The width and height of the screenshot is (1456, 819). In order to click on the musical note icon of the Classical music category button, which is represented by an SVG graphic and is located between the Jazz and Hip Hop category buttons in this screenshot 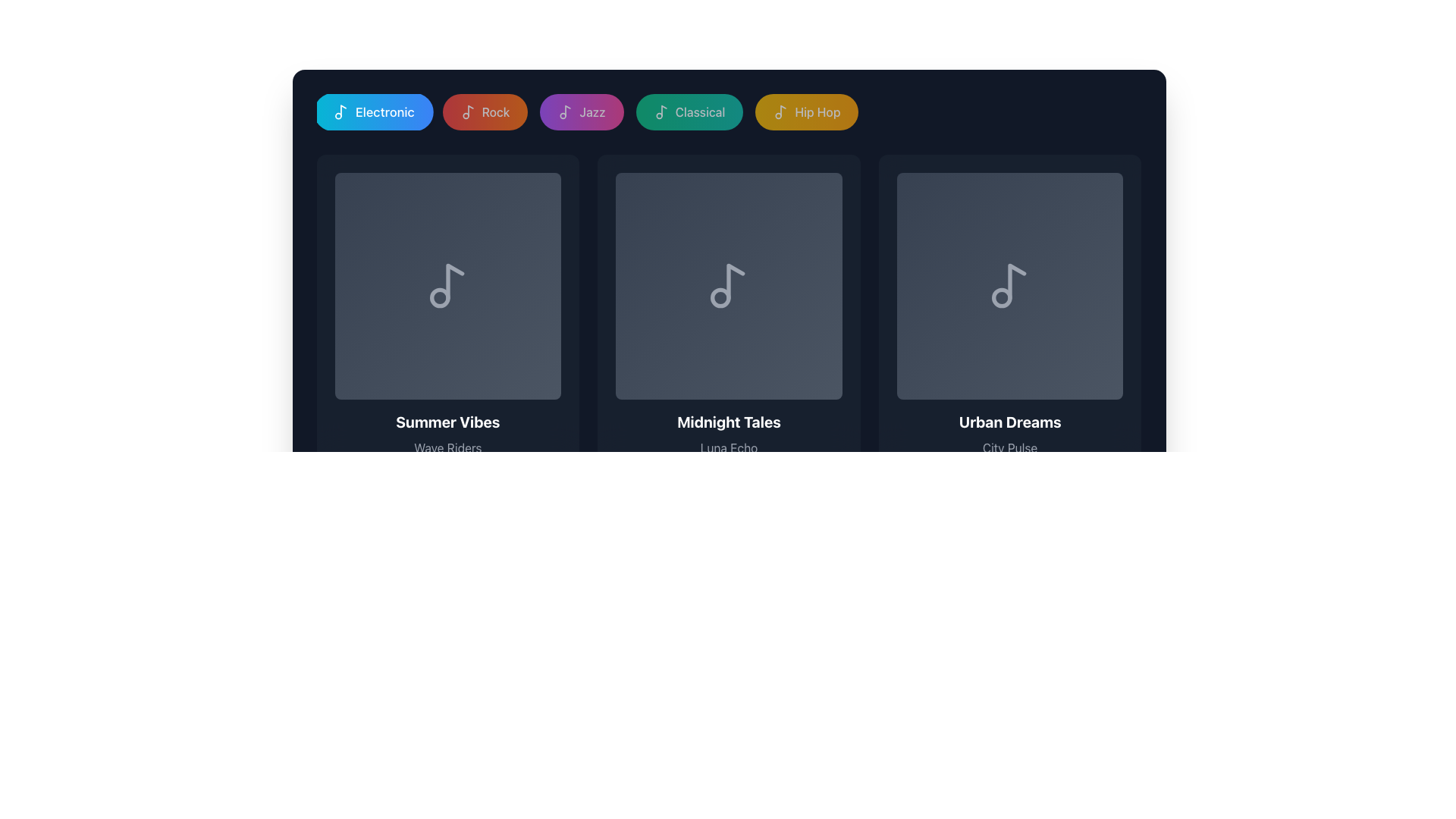, I will do `click(664, 110)`.